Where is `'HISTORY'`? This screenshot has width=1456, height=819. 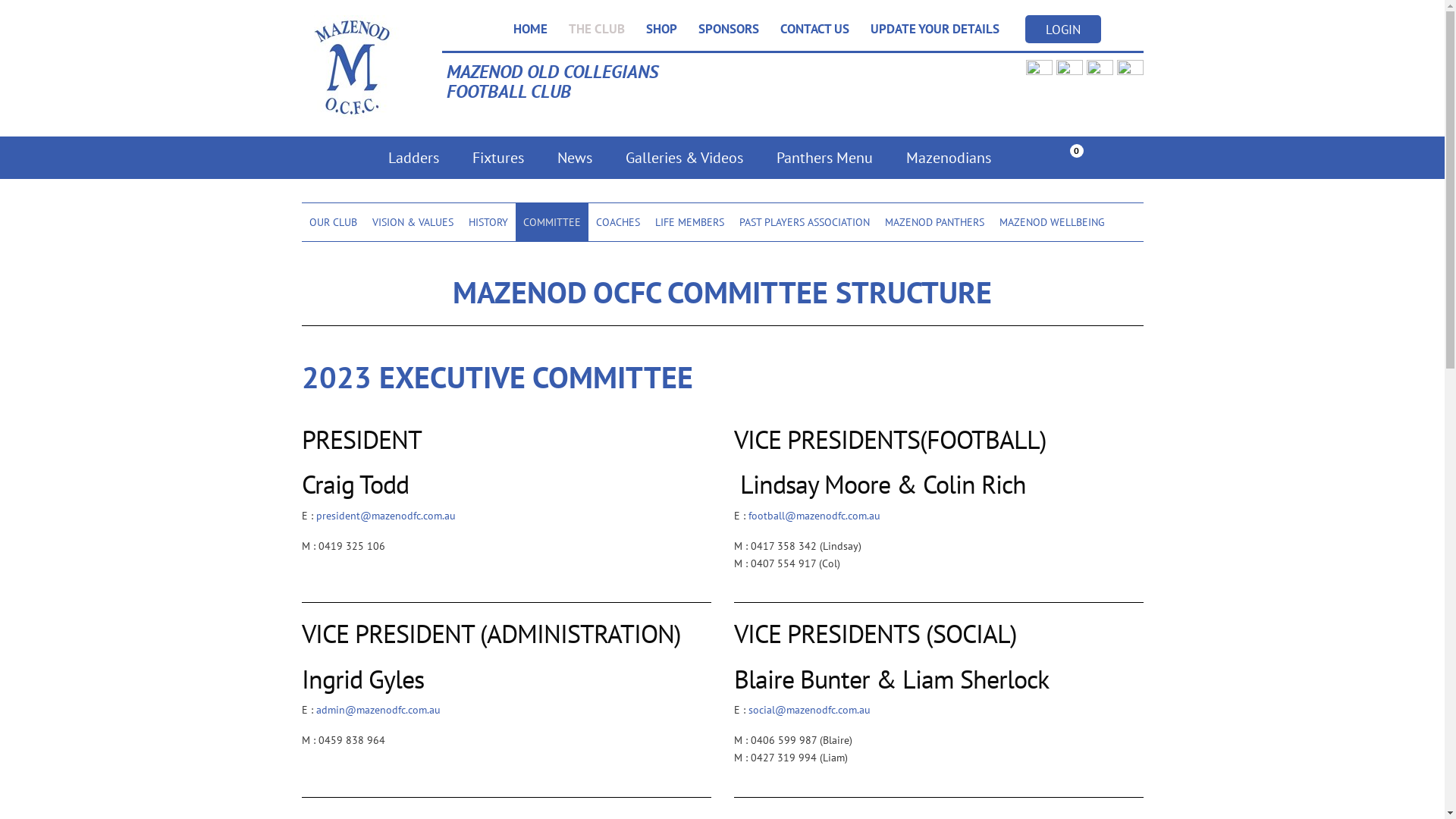 'HISTORY' is located at coordinates (488, 222).